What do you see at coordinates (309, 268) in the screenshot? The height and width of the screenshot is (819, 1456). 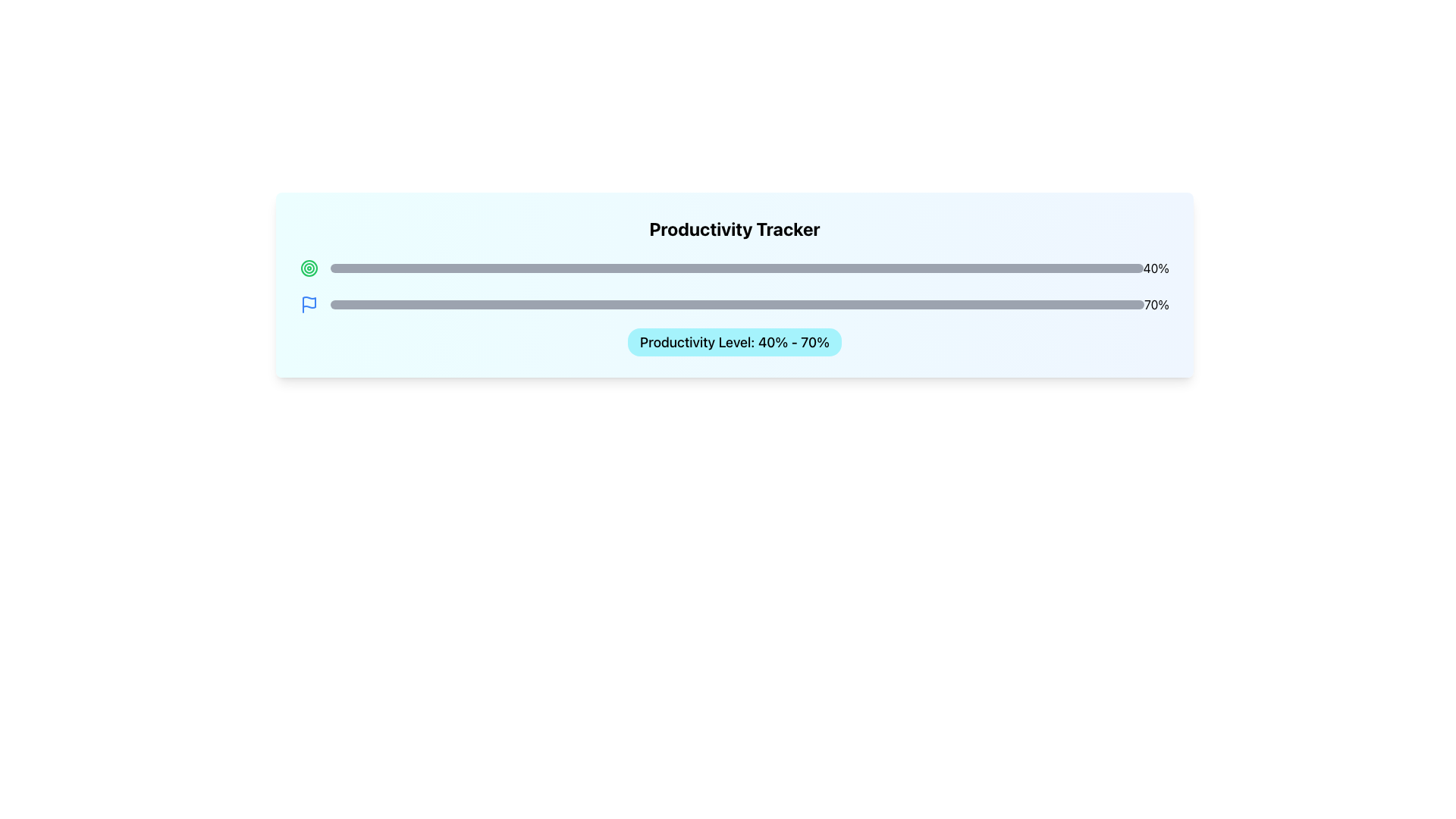 I see `the largest circle in a three-circle group forming a target icon, located near the upper left of the interface beside a horizontal progress bar` at bounding box center [309, 268].